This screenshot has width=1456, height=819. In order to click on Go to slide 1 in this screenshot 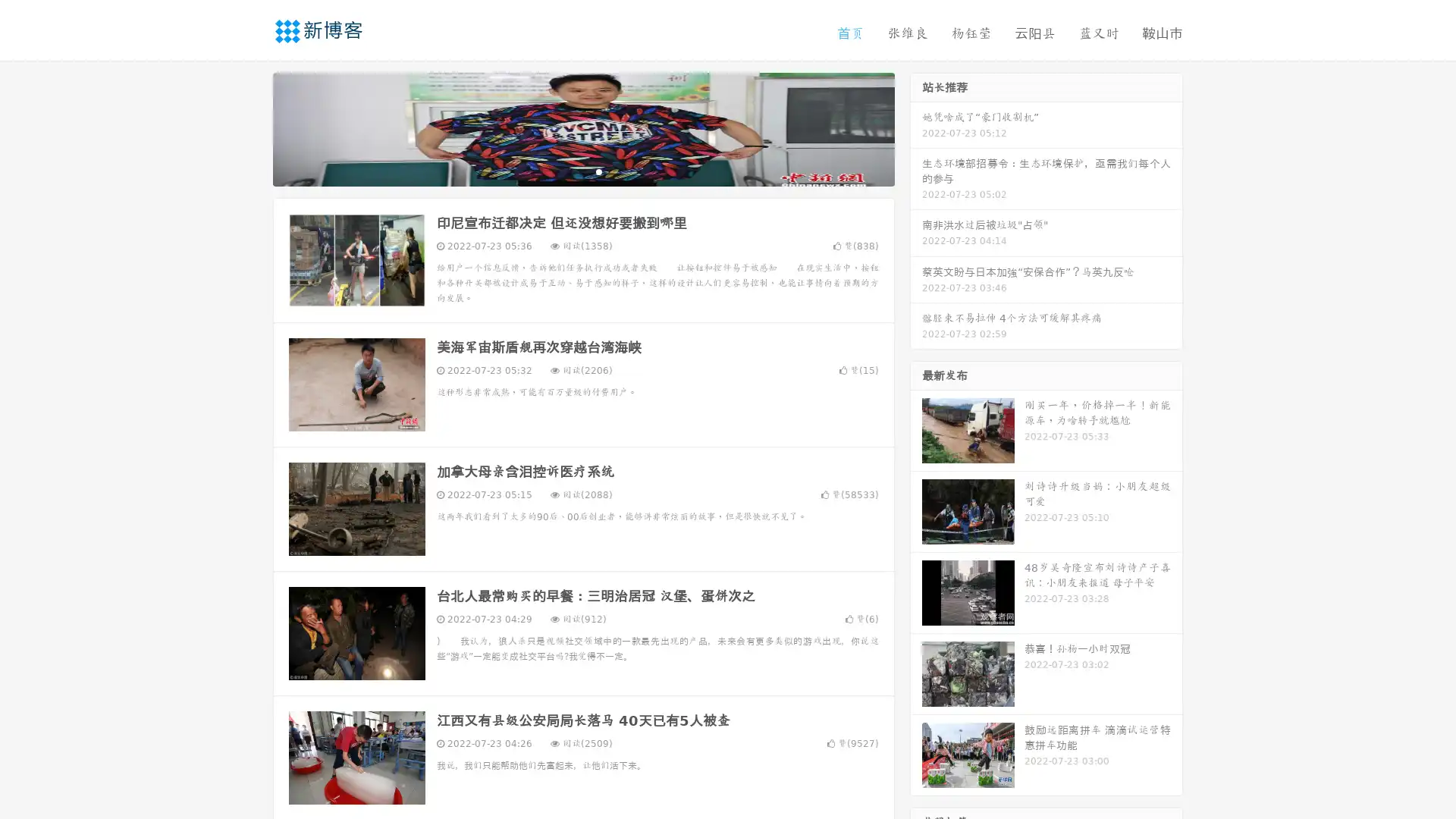, I will do `click(567, 171)`.